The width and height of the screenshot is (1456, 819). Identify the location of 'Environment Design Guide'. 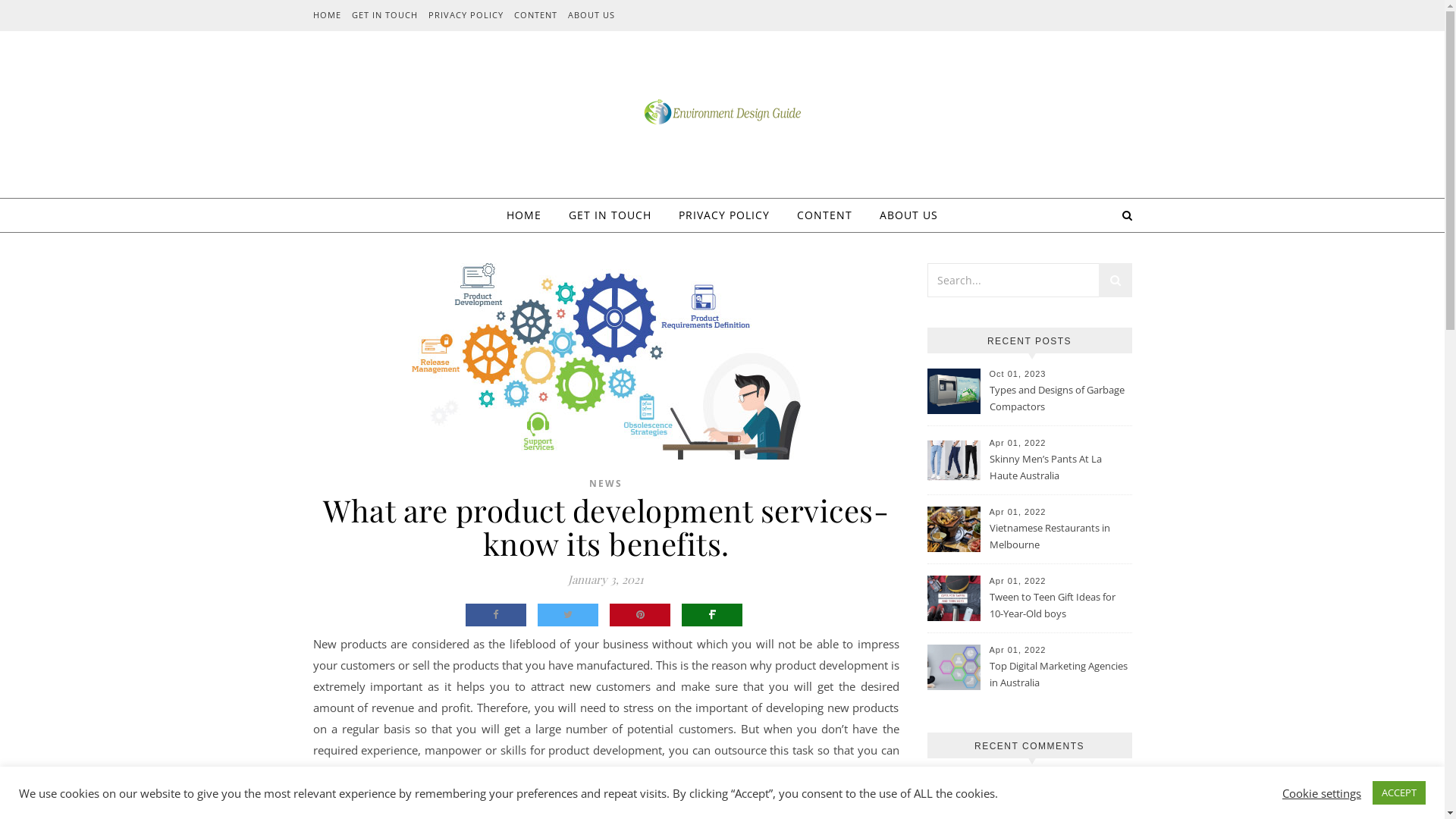
(721, 111).